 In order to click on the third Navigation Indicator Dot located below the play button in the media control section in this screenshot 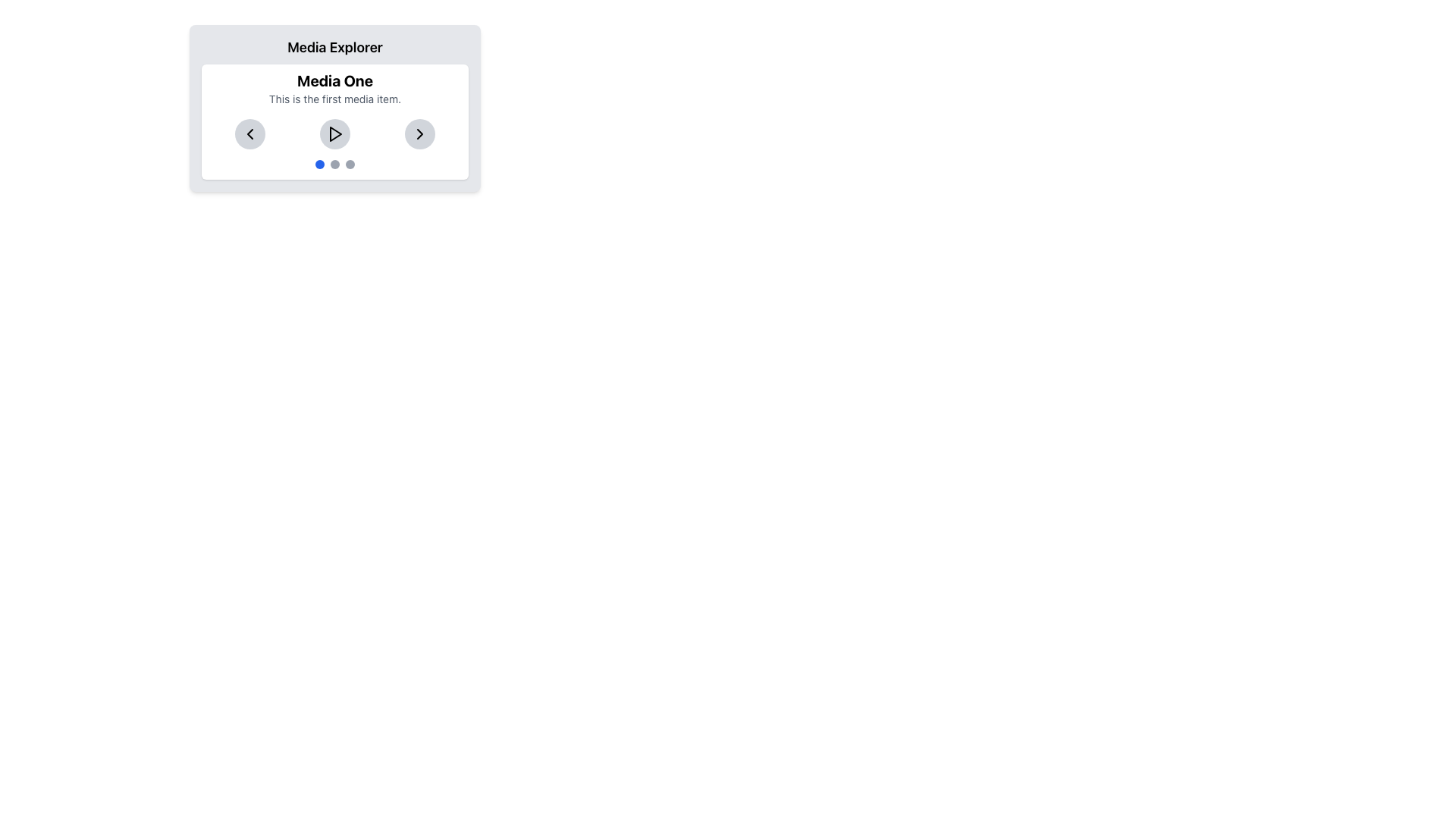, I will do `click(349, 164)`.